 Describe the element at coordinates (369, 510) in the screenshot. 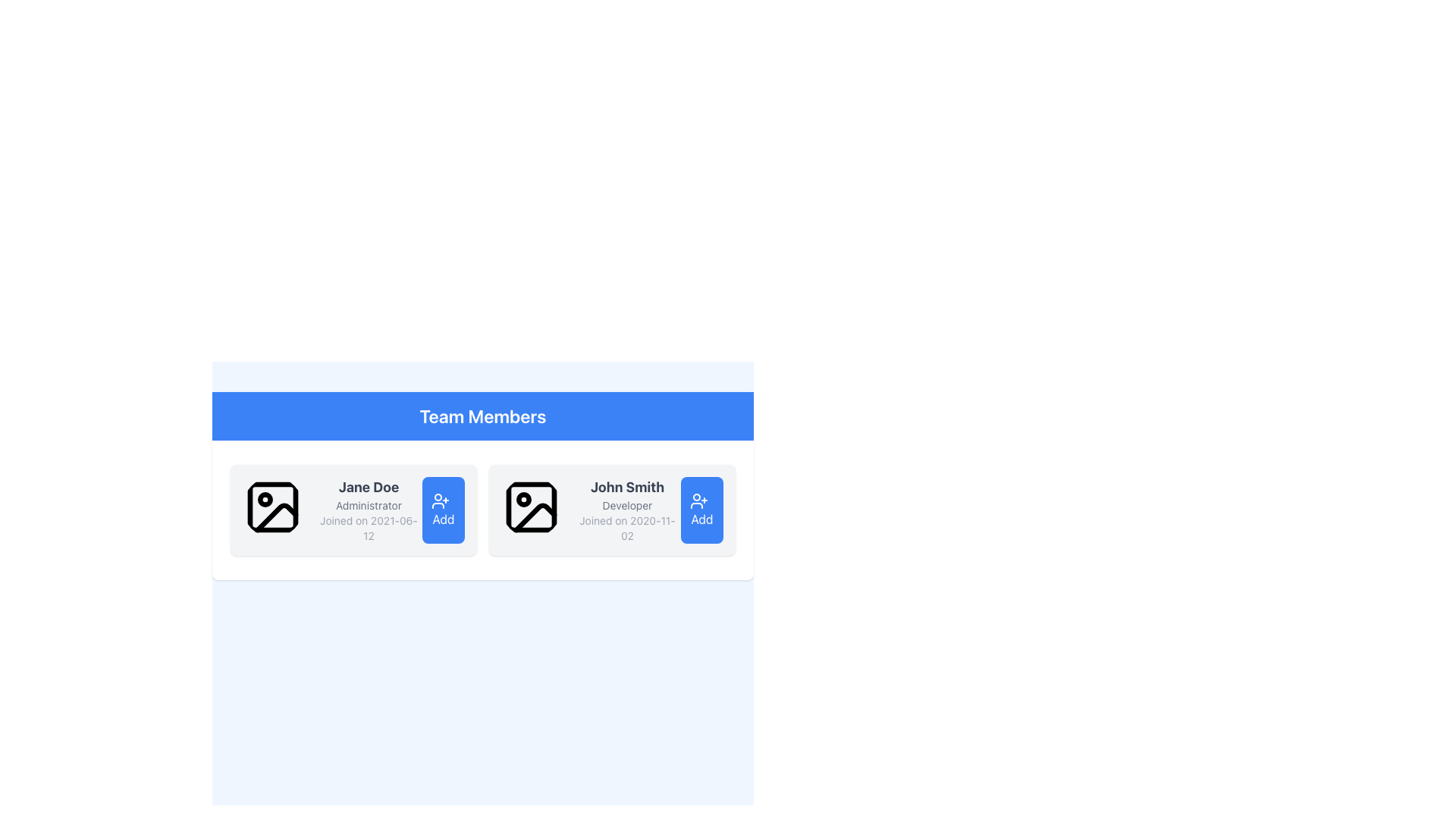

I see `the Text Label displaying information about a team member, which is located in the left card of the 'Team Members' section, to the right of a placeholder image and to the left of a blue 'Add' button` at that location.